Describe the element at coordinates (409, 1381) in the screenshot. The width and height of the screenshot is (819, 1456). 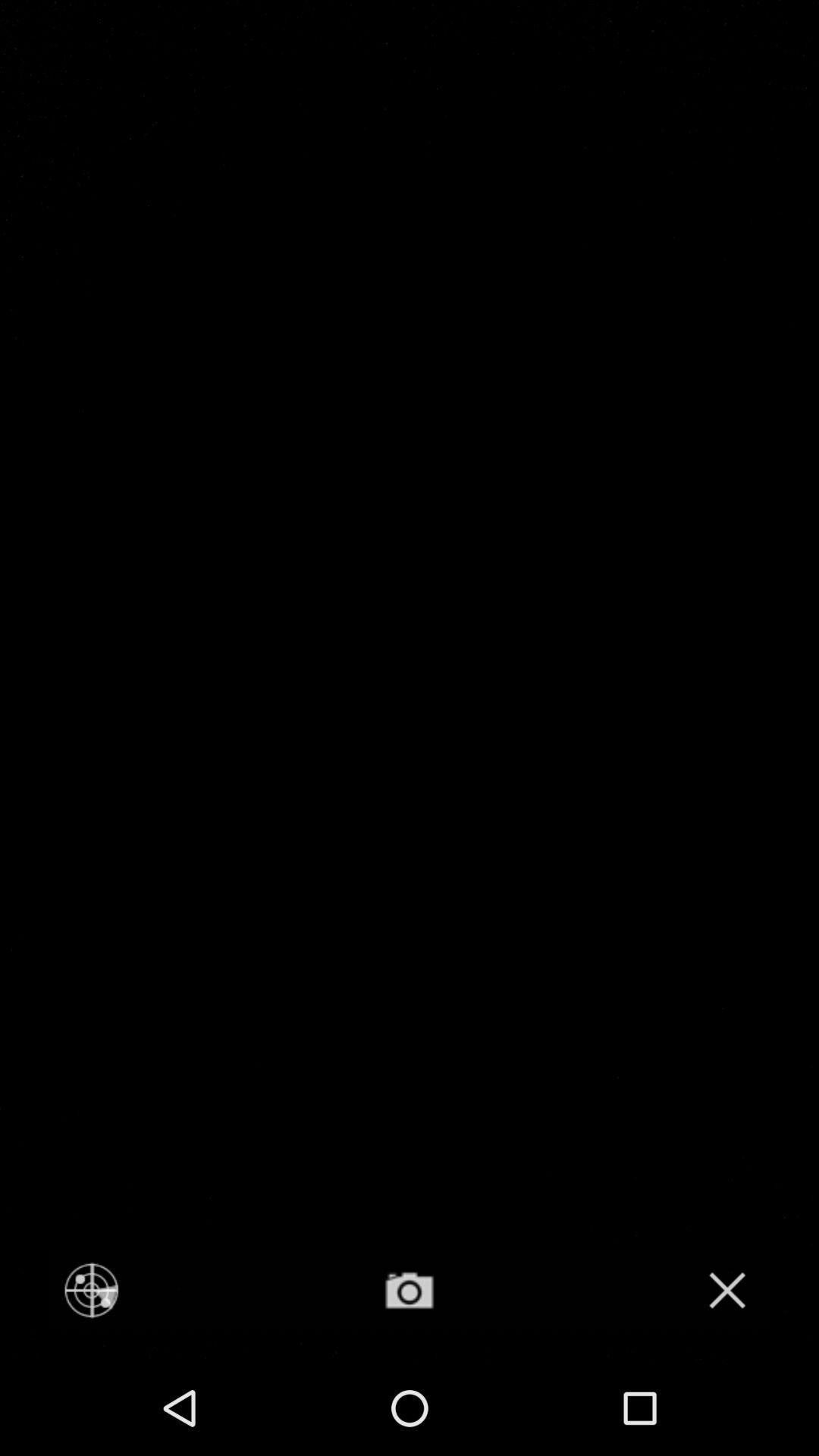
I see `the photo icon` at that location.